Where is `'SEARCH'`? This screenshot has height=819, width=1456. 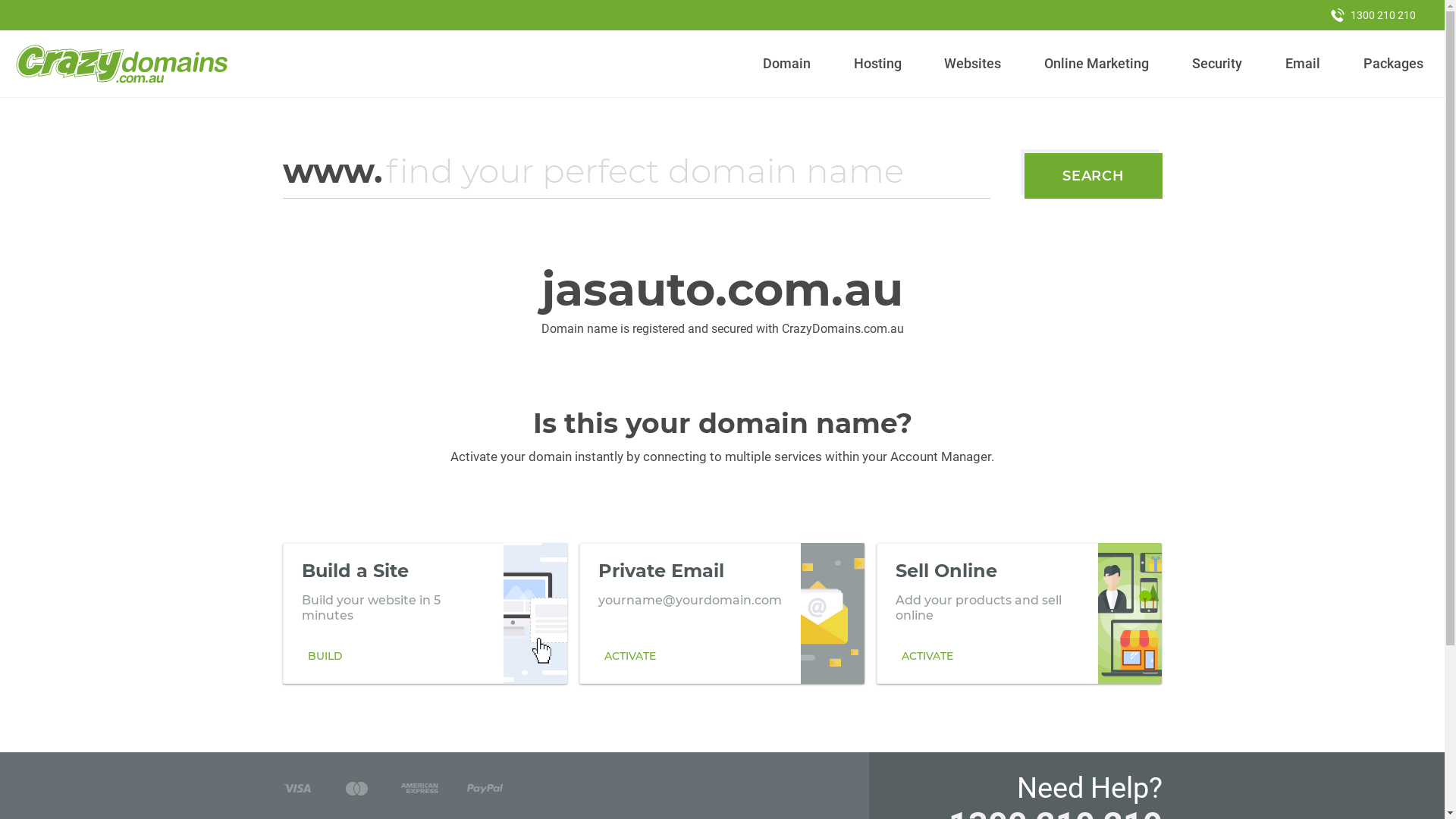
'SEARCH' is located at coordinates (1024, 174).